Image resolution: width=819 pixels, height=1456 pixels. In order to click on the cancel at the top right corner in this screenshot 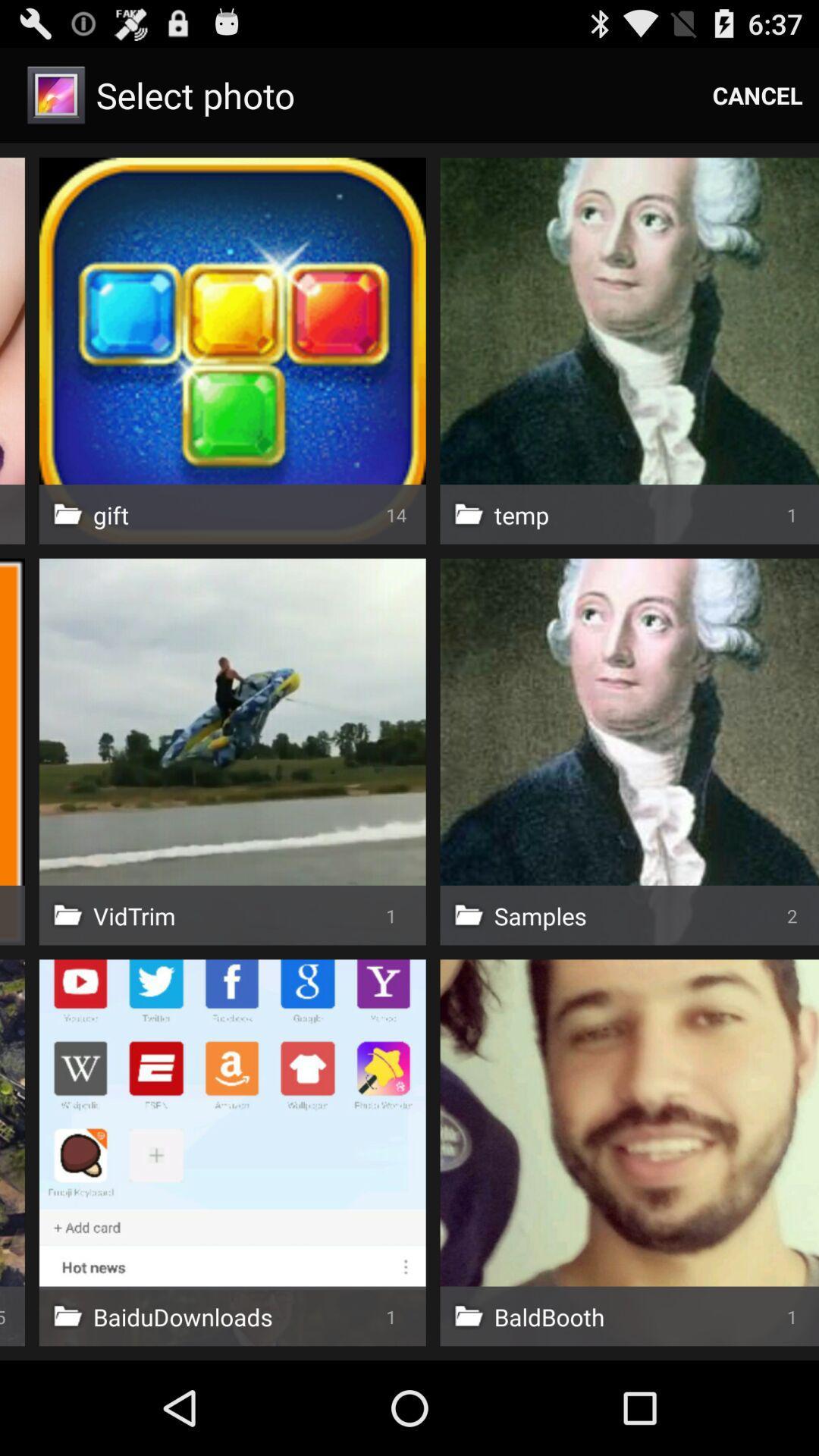, I will do `click(758, 94)`.